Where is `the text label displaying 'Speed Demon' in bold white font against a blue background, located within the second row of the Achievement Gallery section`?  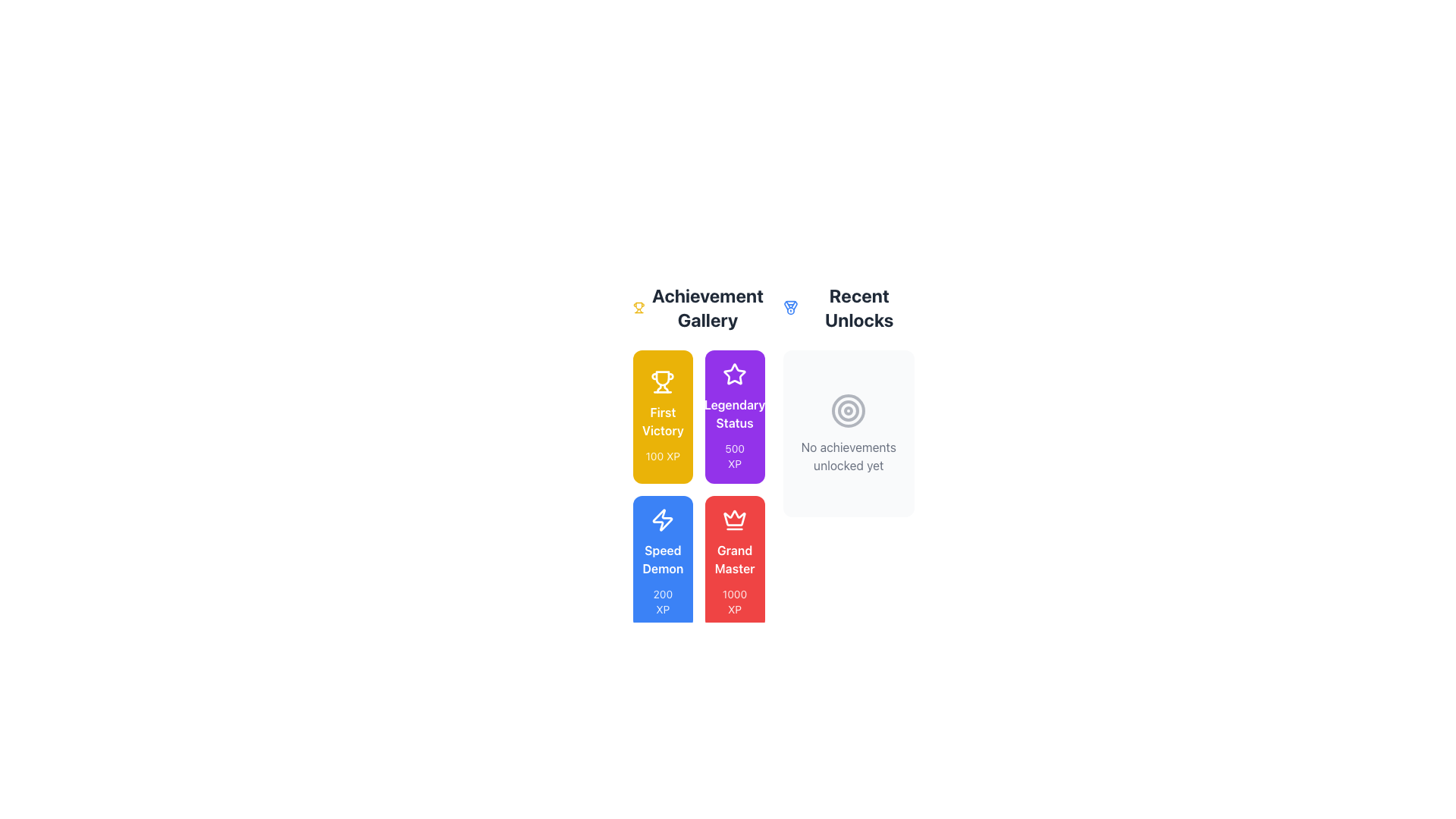
the text label displaying 'Speed Demon' in bold white font against a blue background, located within the second row of the Achievement Gallery section is located at coordinates (663, 559).